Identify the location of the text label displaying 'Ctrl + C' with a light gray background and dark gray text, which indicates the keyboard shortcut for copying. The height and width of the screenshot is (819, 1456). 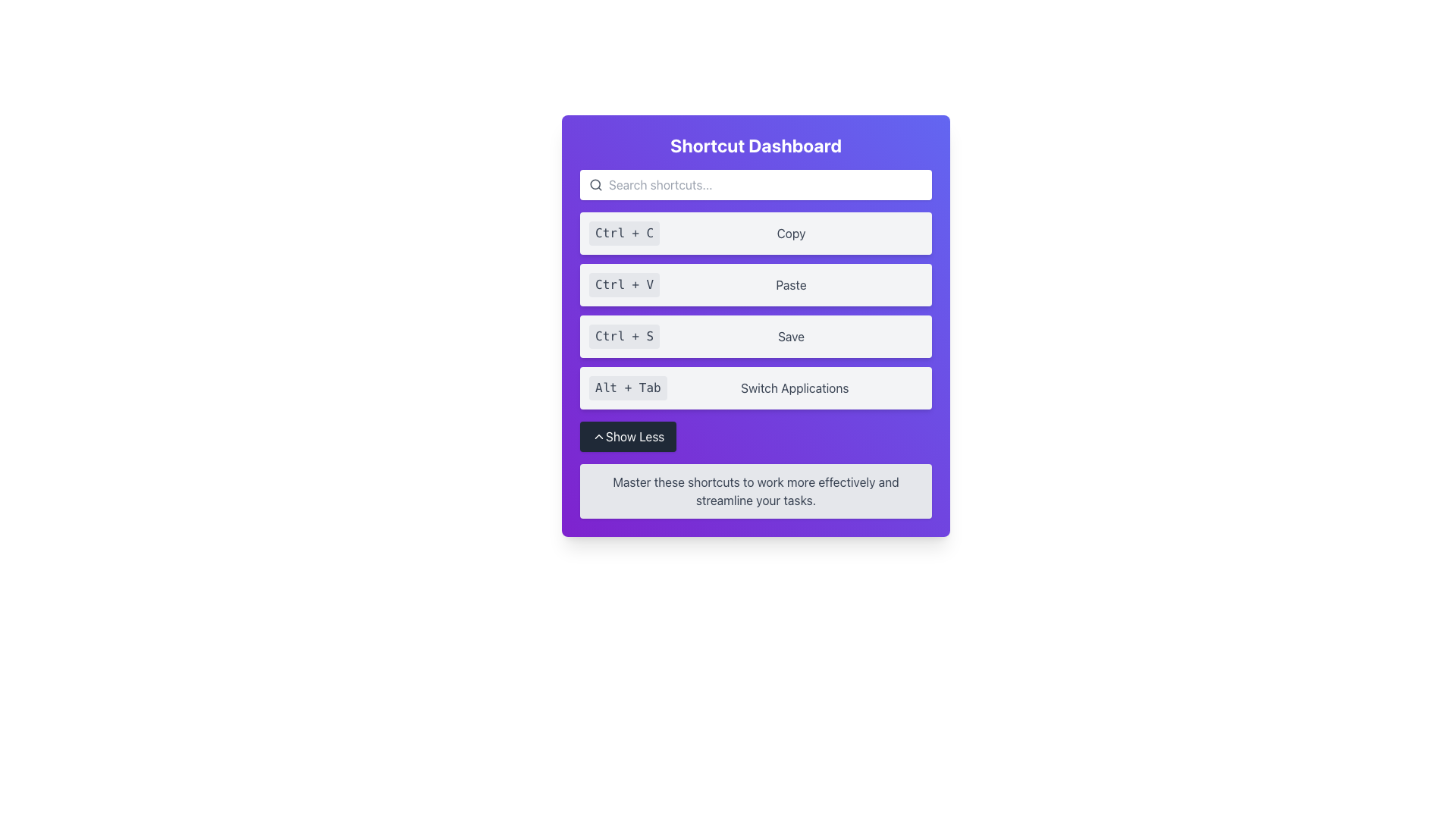
(624, 234).